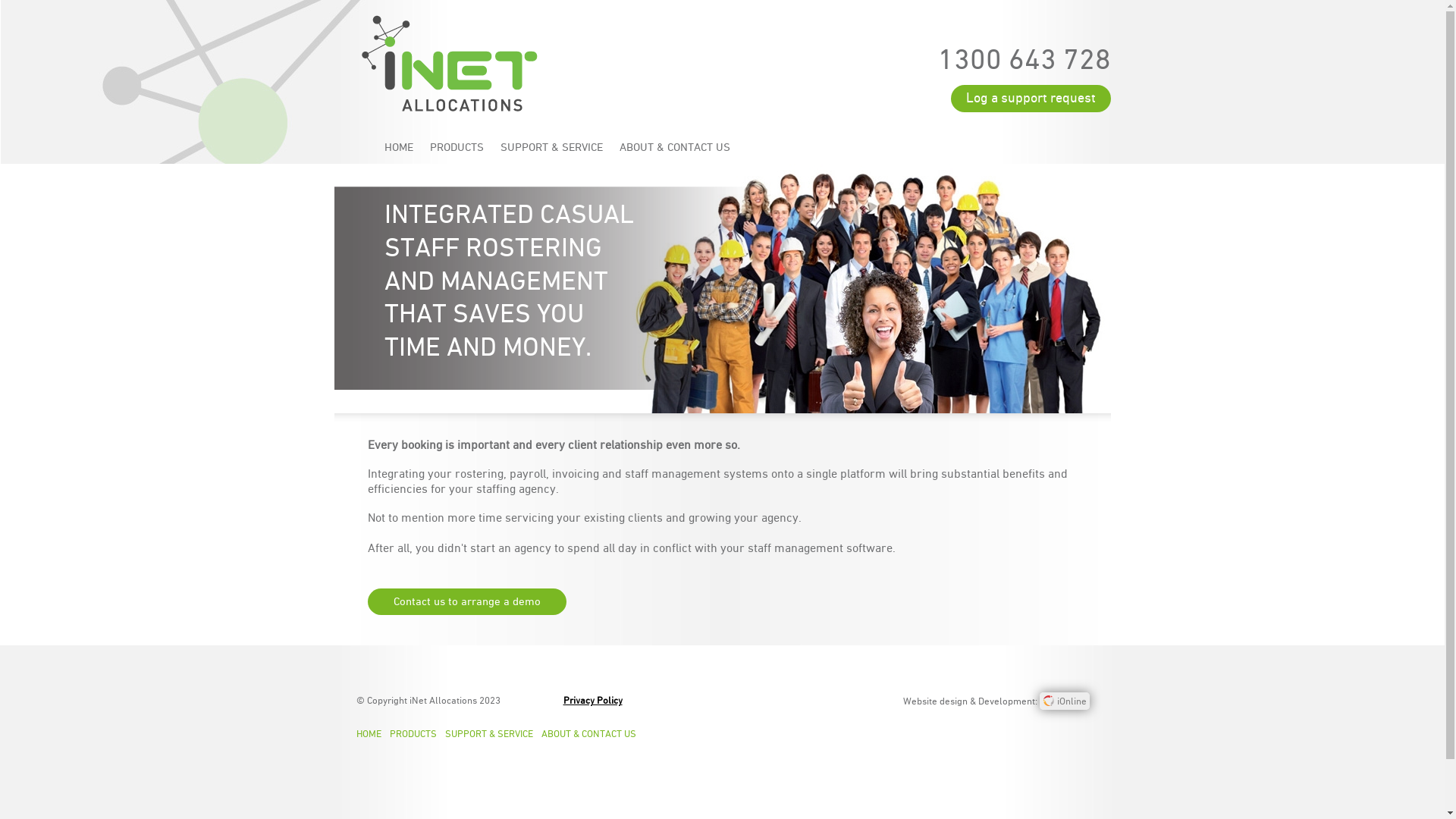 The height and width of the screenshot is (819, 1456). What do you see at coordinates (592, 733) in the screenshot?
I see `'ABOUT & CONTACT US'` at bounding box center [592, 733].